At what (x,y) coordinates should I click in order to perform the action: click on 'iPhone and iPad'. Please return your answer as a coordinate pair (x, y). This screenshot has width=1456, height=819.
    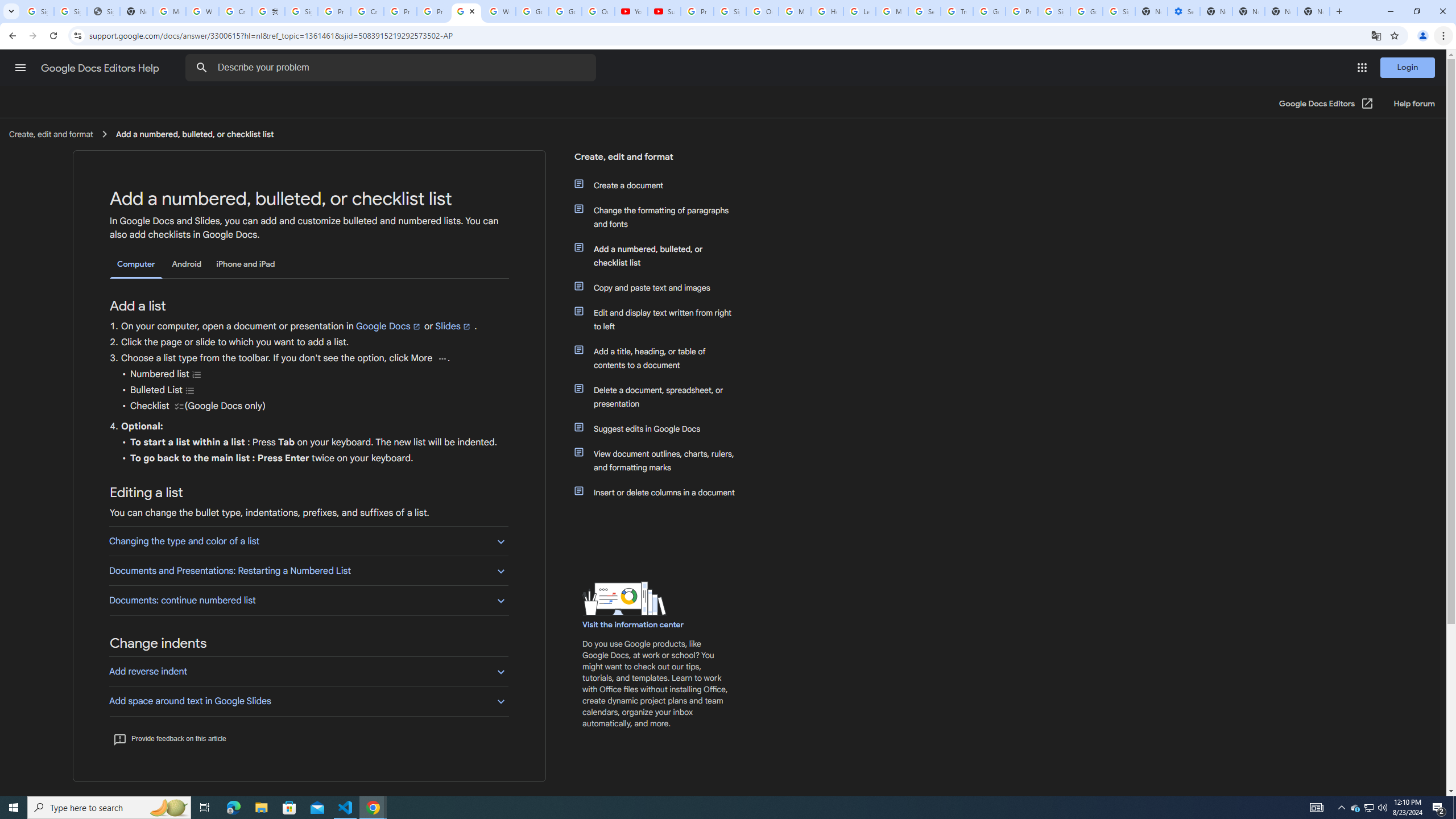
    Looking at the image, I should click on (245, 263).